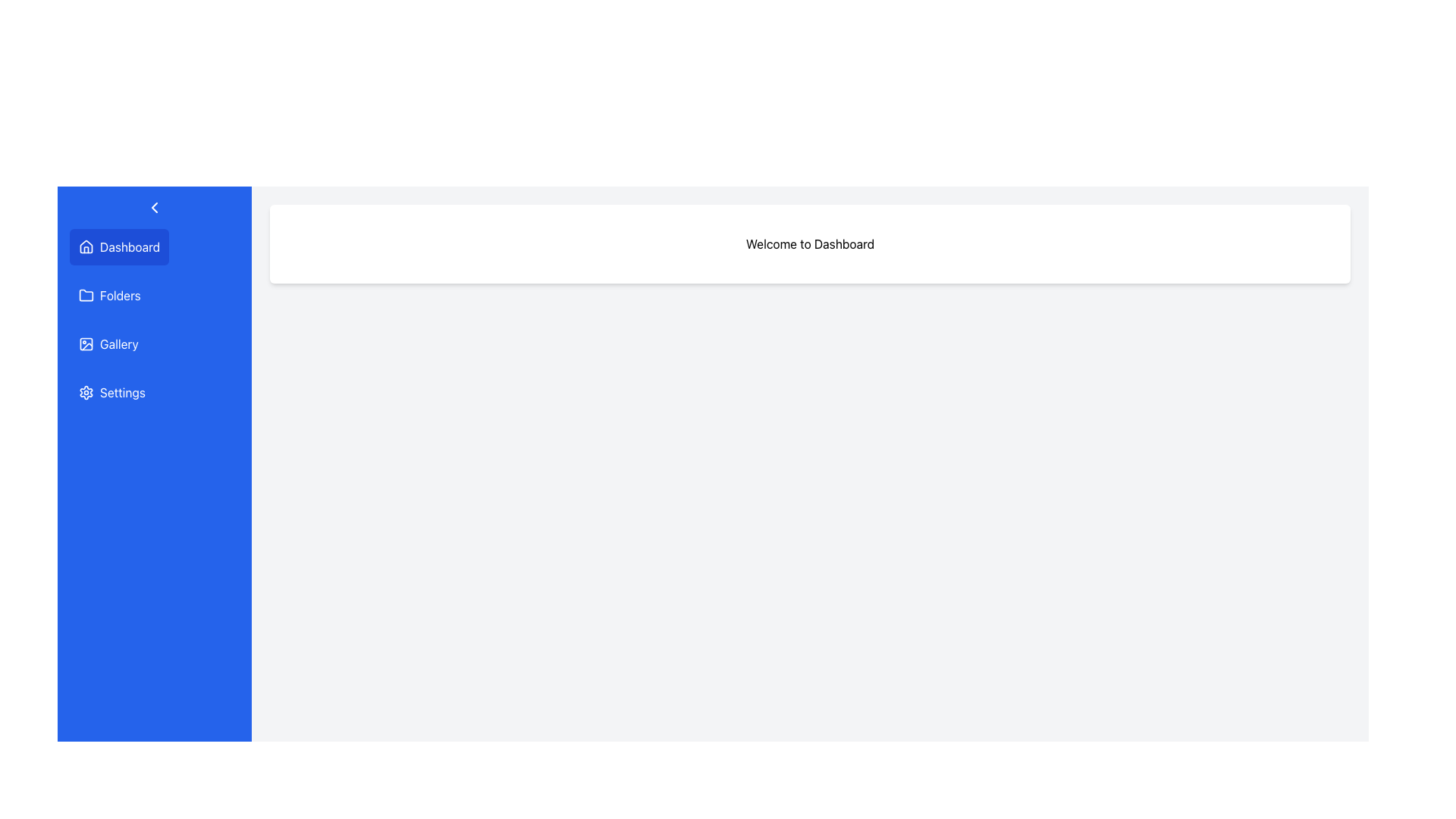 This screenshot has width=1456, height=819. What do you see at coordinates (108, 295) in the screenshot?
I see `the 'Folders' button in the vertical navigation menu` at bounding box center [108, 295].